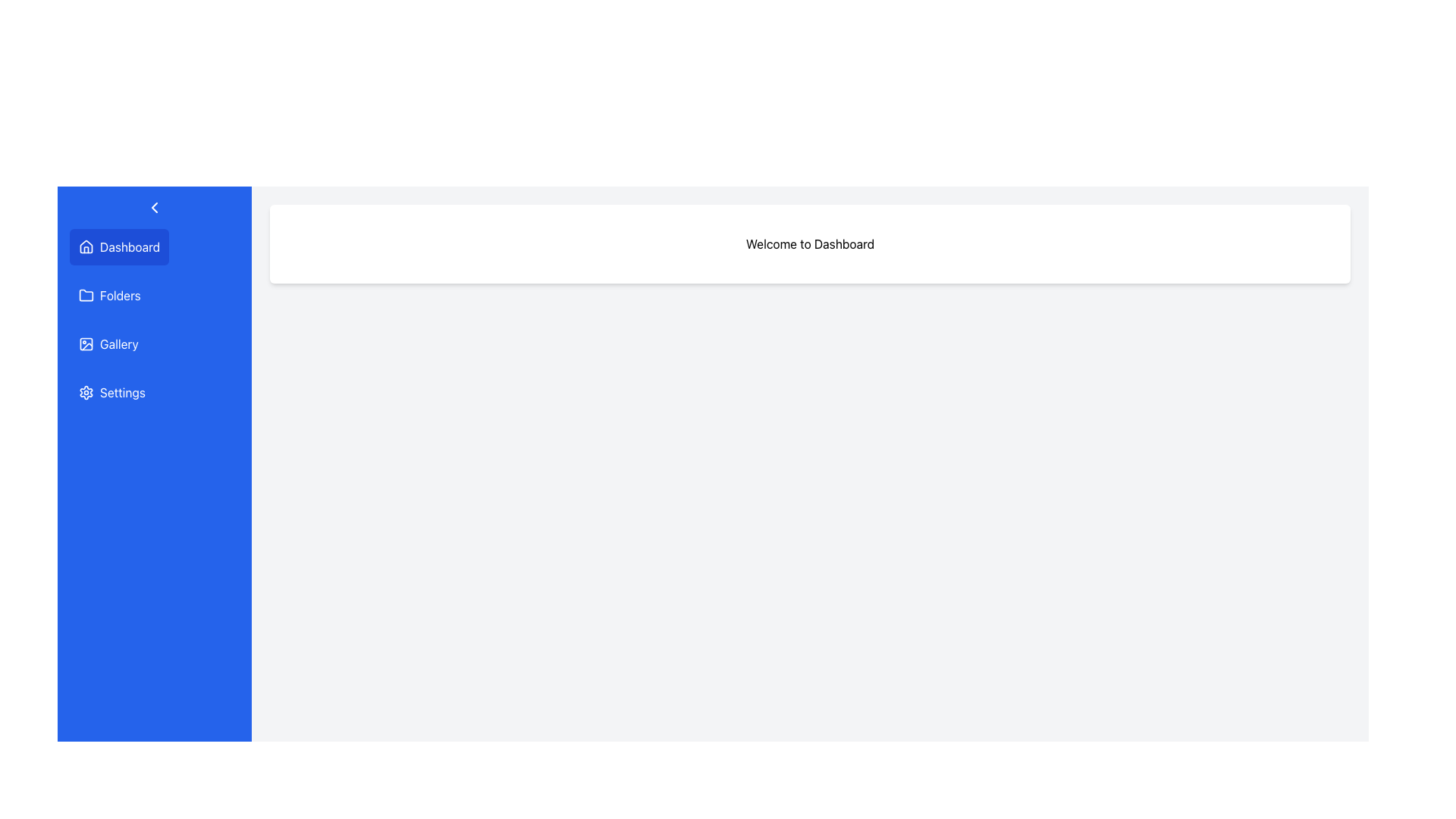 This screenshot has width=1456, height=819. What do you see at coordinates (108, 295) in the screenshot?
I see `the 'Folders' button in the vertical navigation menu` at bounding box center [108, 295].